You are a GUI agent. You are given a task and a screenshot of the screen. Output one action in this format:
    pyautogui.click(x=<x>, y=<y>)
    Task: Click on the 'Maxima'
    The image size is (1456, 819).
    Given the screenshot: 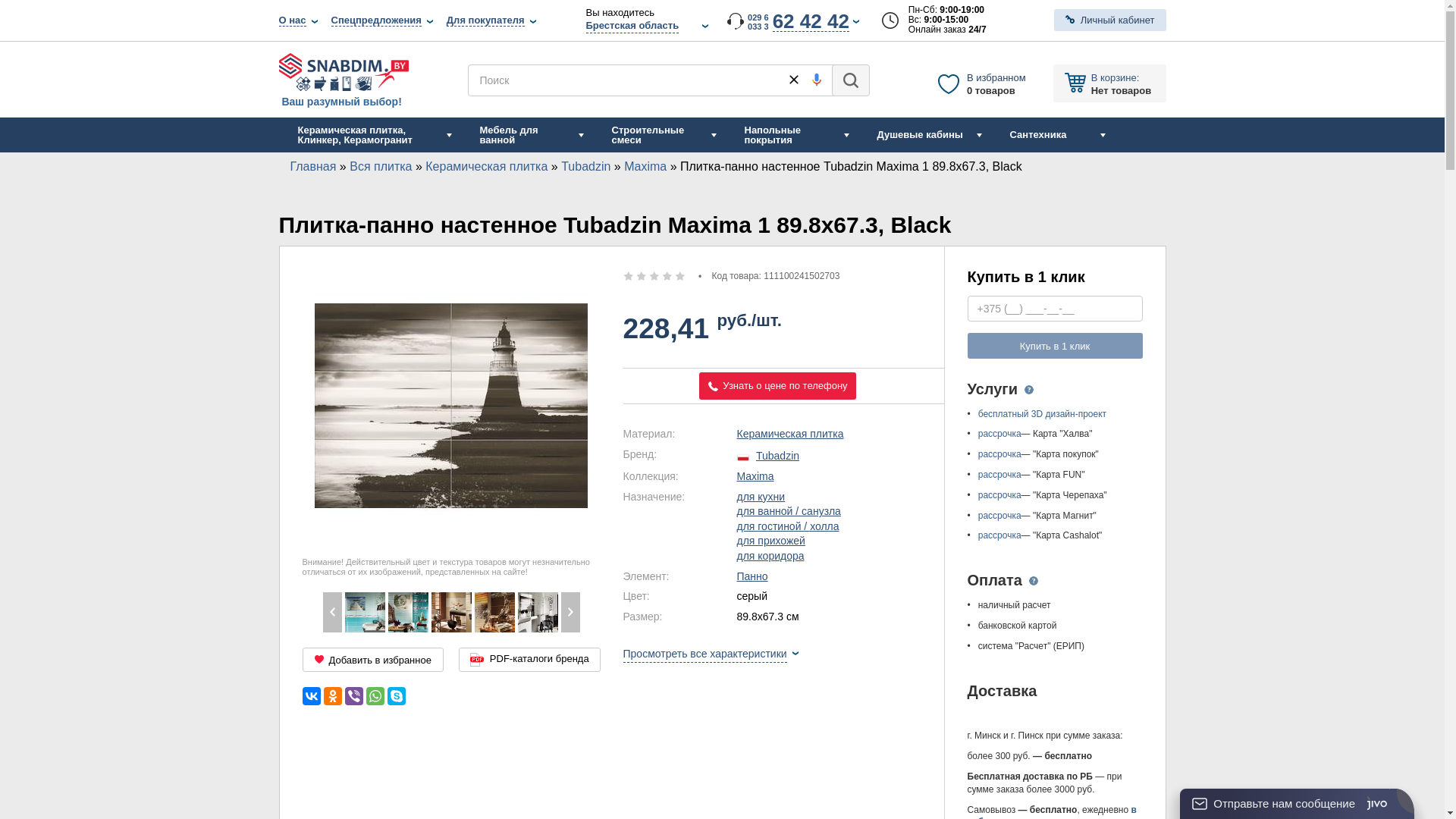 What is the action you would take?
    pyautogui.click(x=321, y=611)
    